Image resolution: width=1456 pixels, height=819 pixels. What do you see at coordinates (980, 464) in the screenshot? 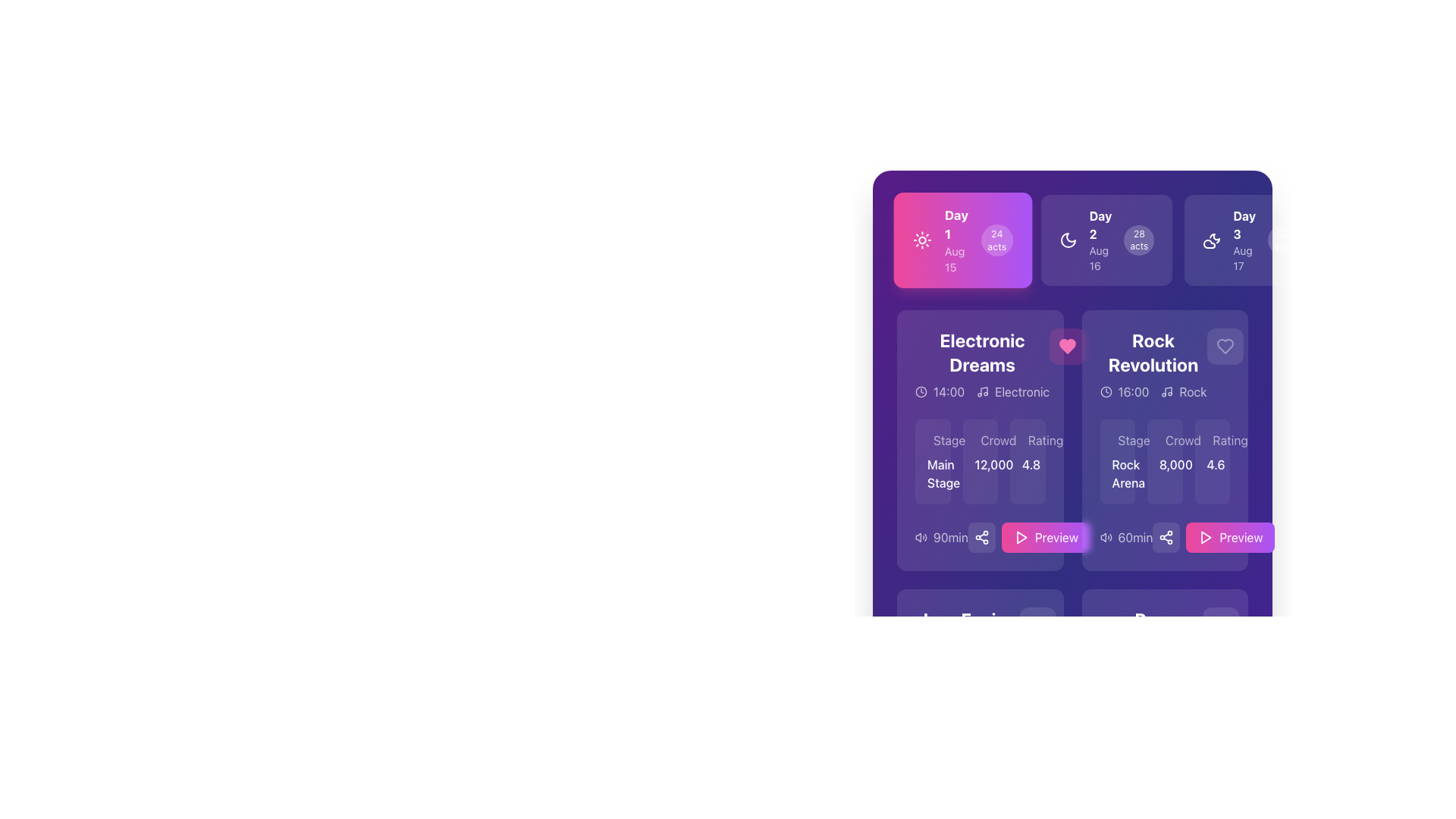
I see `the static text label displaying the numerical value '12,000' styled with a white font against a purple background, located in the 'Crowd' section of the event card for 'Electronic Dreams'` at bounding box center [980, 464].